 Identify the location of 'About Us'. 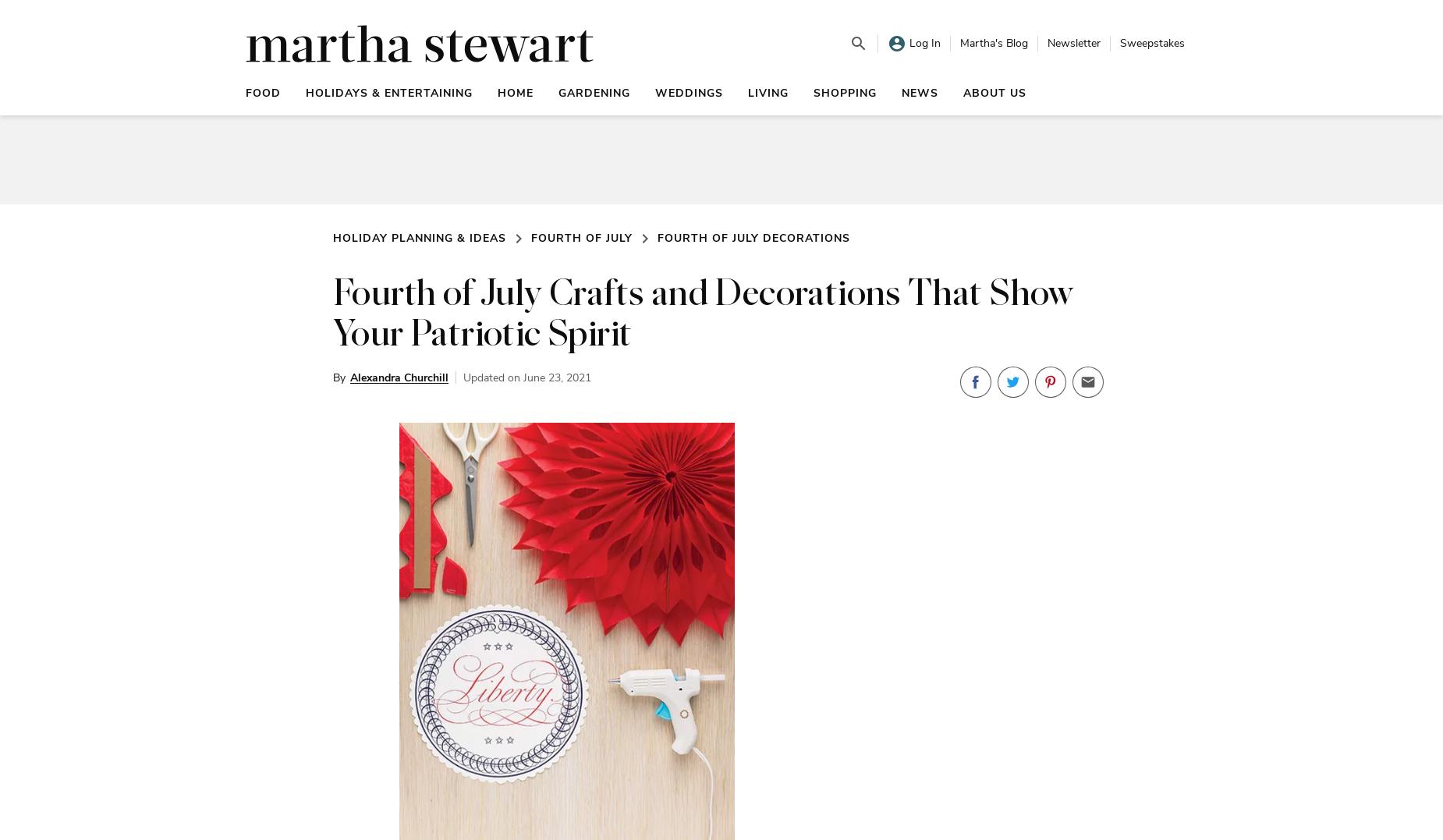
(994, 92).